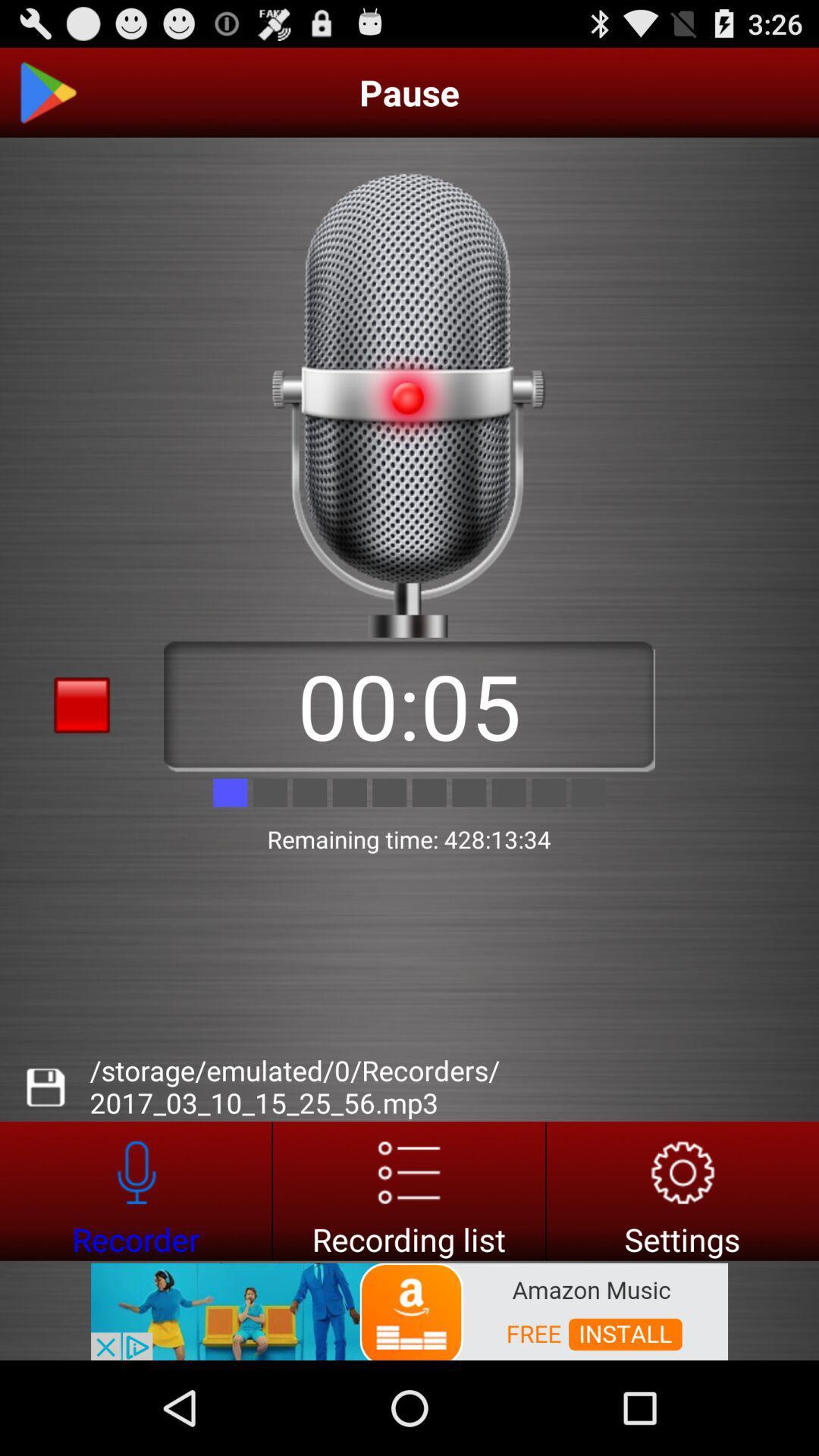  What do you see at coordinates (409, 1310) in the screenshot?
I see `install amazon music app` at bounding box center [409, 1310].